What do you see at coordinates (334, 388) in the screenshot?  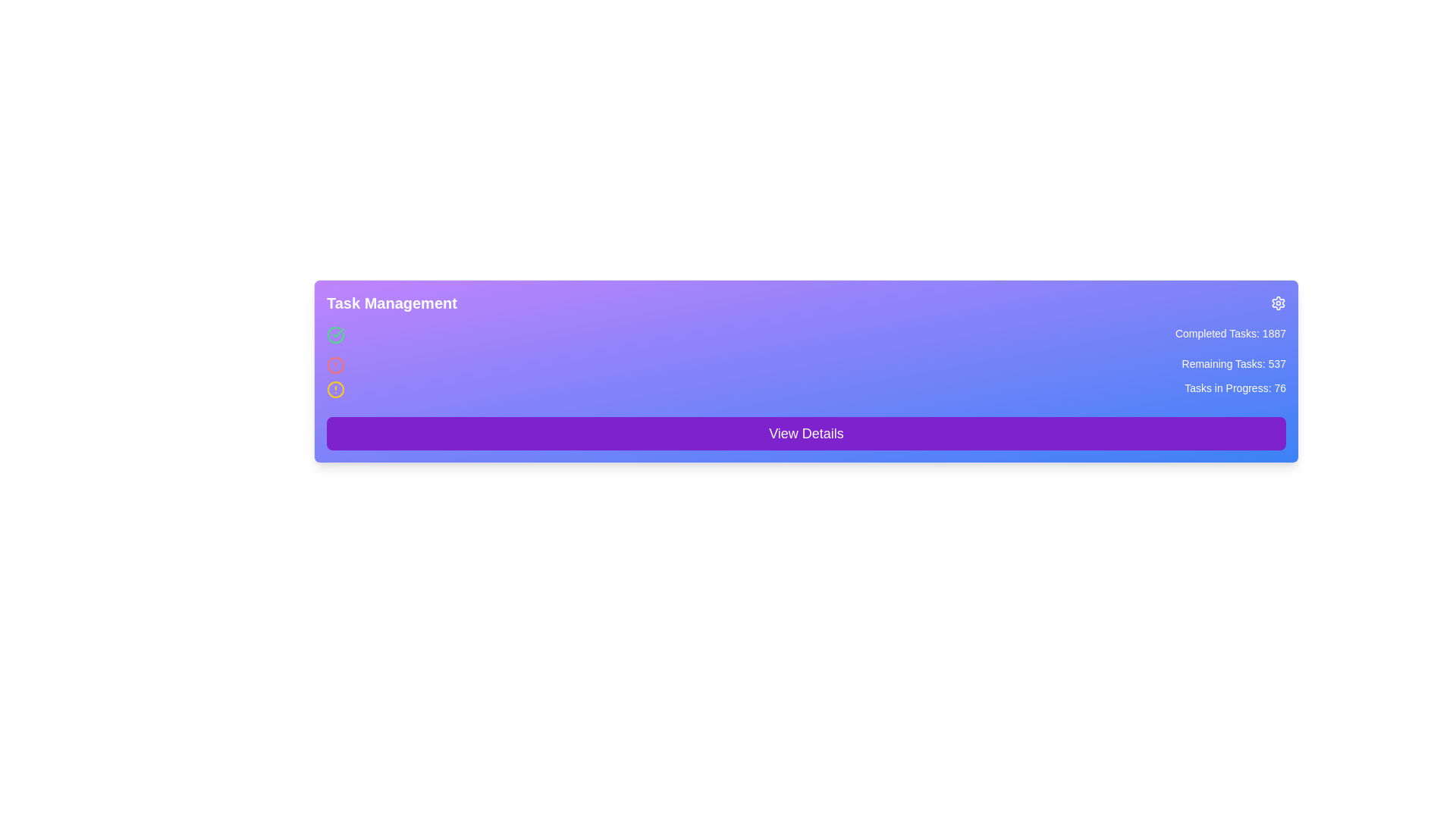 I see `the status of the alert icon with a yellow border and a vertical line inside it, located to the left of the text 'Tasks in Progress: 76'` at bounding box center [334, 388].